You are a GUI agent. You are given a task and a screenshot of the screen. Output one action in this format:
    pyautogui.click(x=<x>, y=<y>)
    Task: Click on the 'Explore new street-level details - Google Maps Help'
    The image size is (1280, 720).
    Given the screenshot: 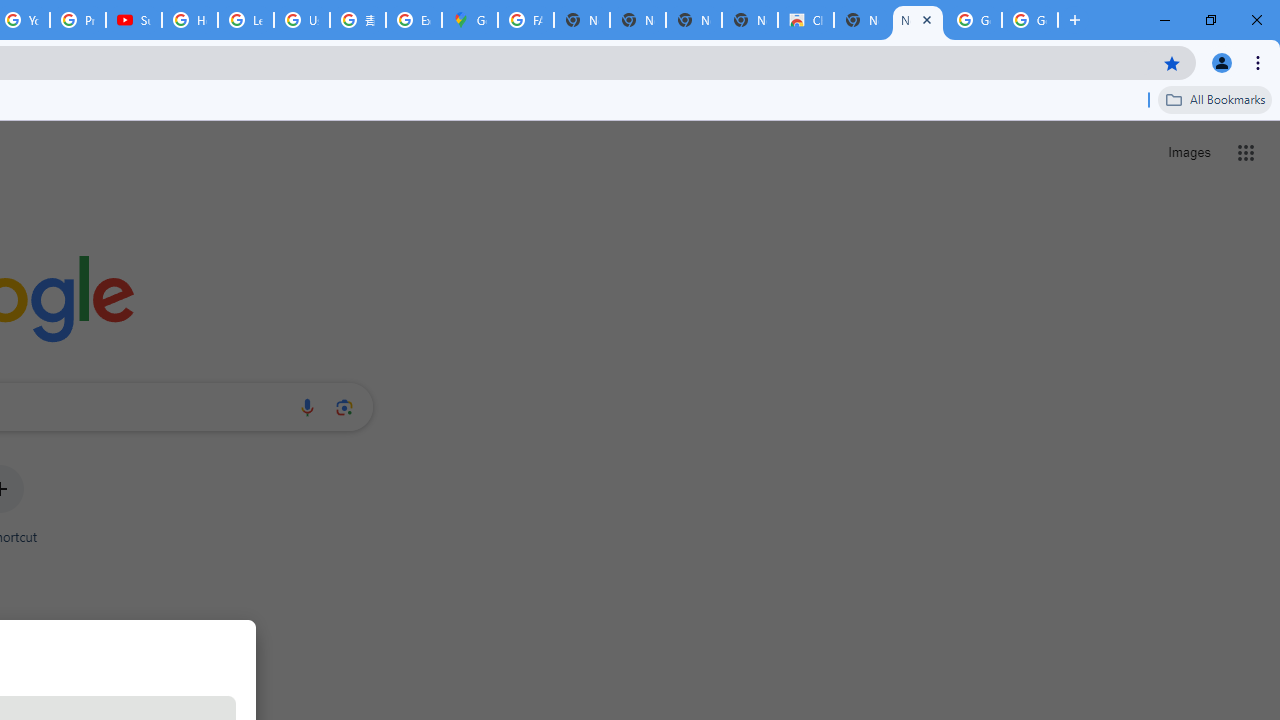 What is the action you would take?
    pyautogui.click(x=413, y=20)
    